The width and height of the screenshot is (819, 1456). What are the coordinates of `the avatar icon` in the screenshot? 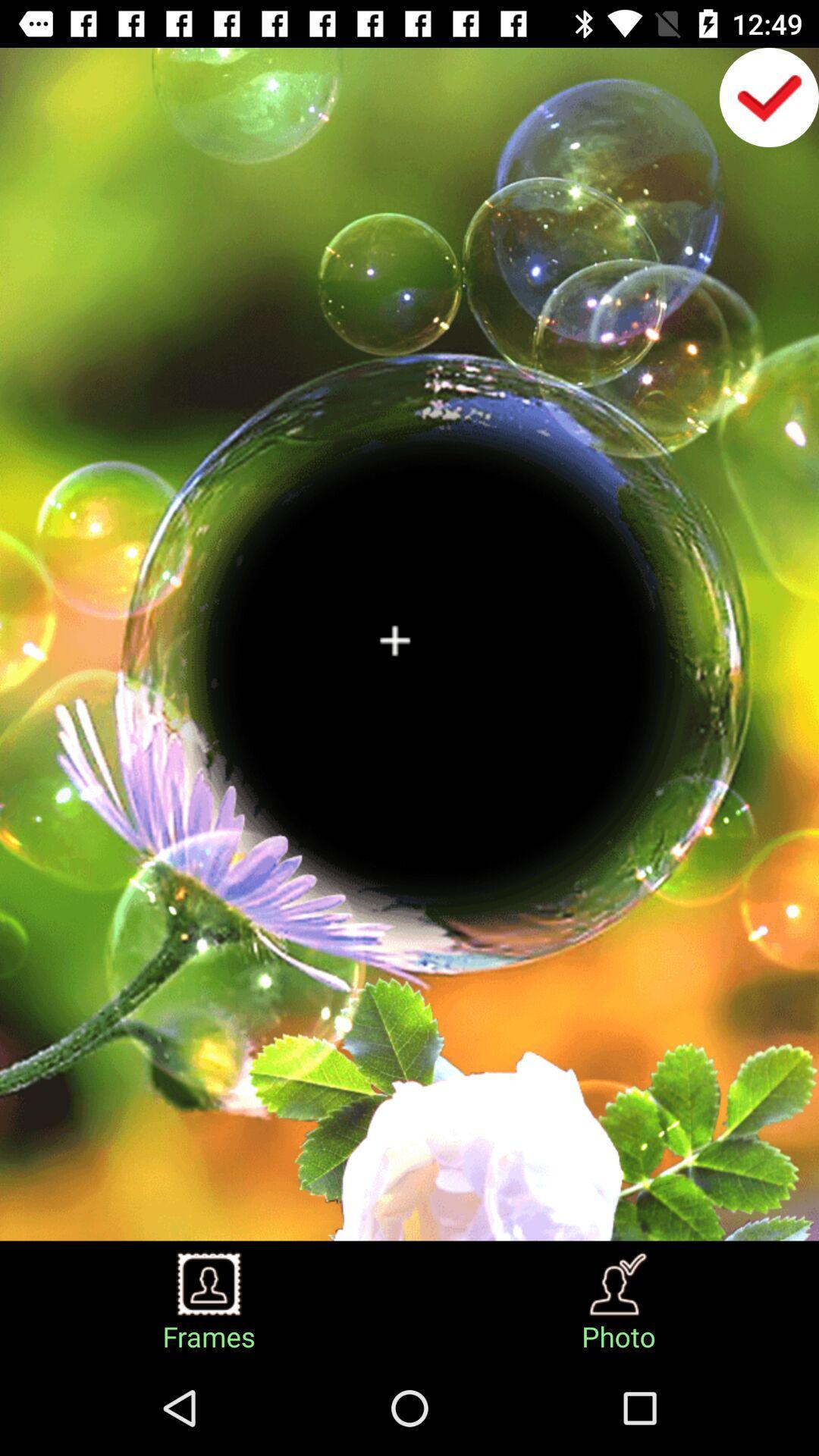 It's located at (618, 1283).